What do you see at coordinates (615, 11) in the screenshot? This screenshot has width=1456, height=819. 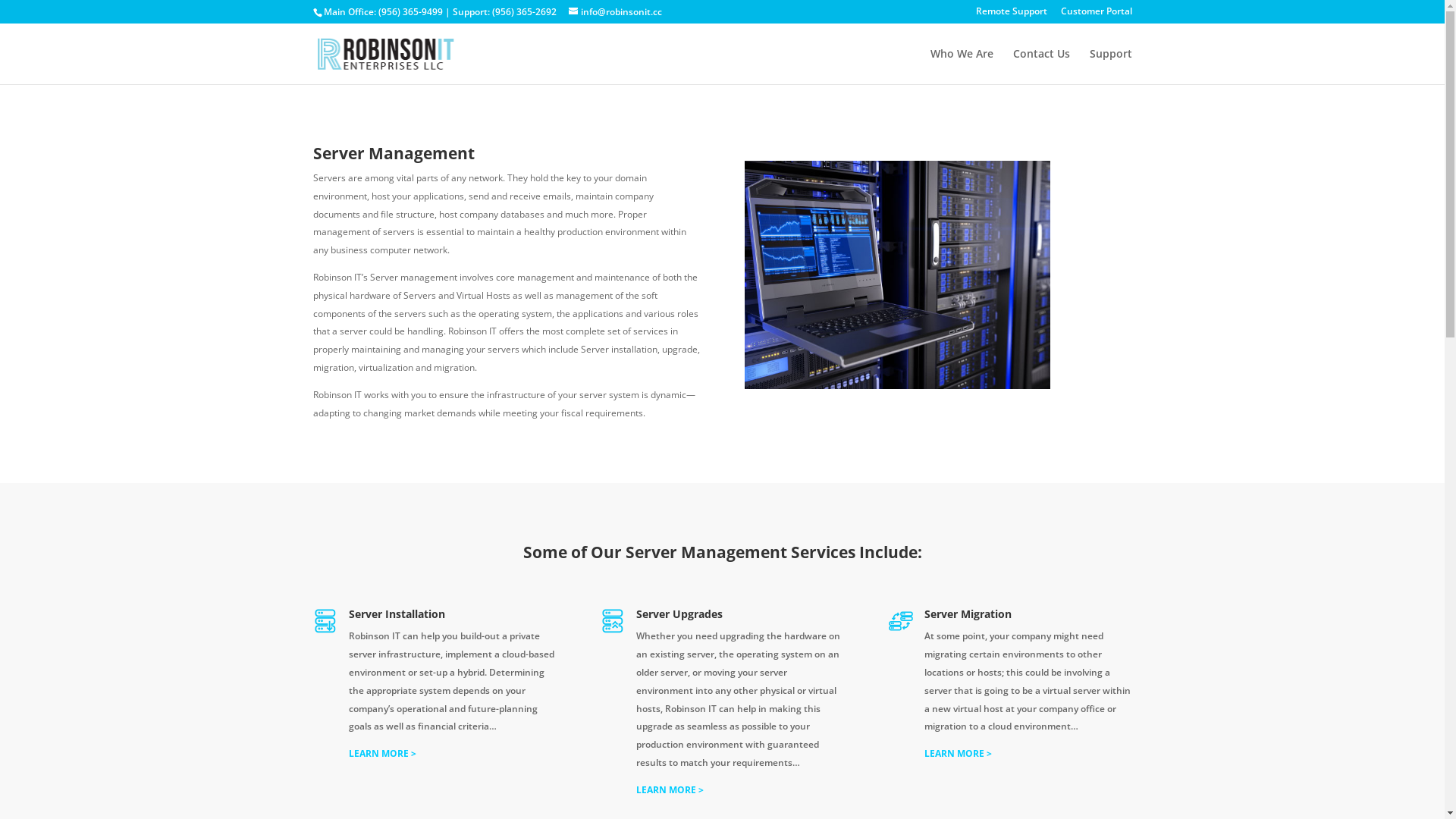 I see `'info@robinsonit.cc'` at bounding box center [615, 11].